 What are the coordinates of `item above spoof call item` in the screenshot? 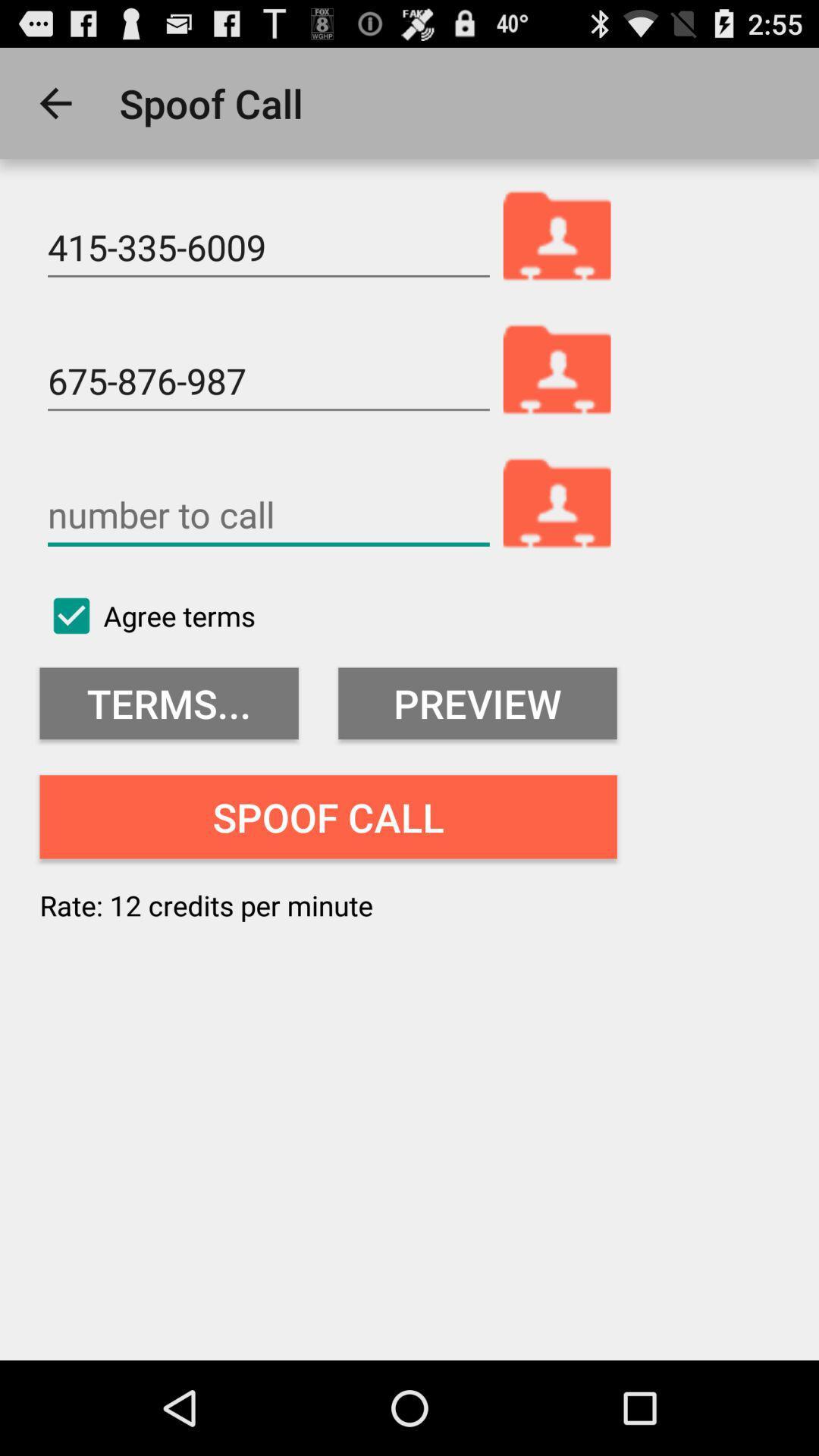 It's located at (169, 702).